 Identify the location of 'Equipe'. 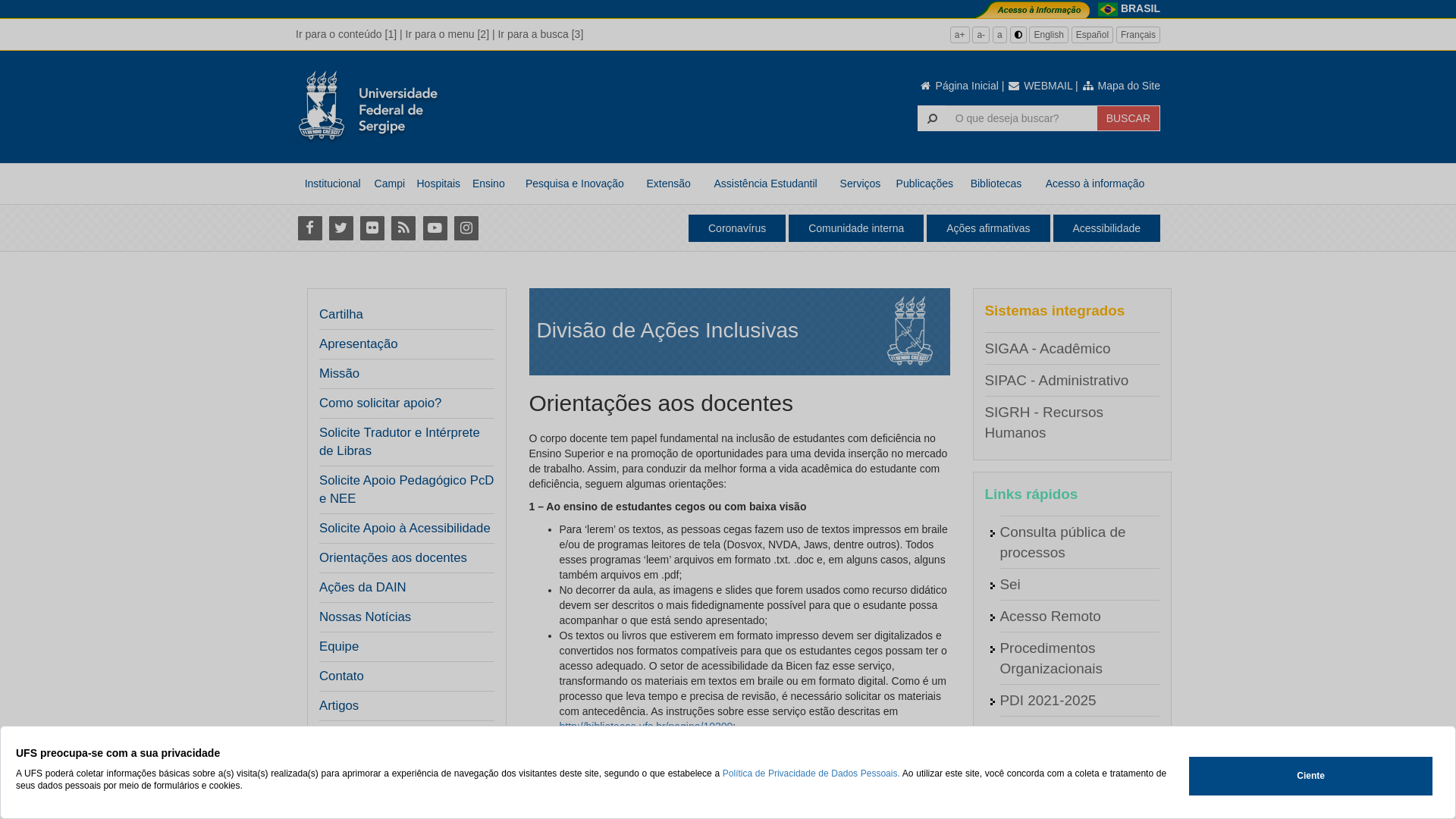
(318, 646).